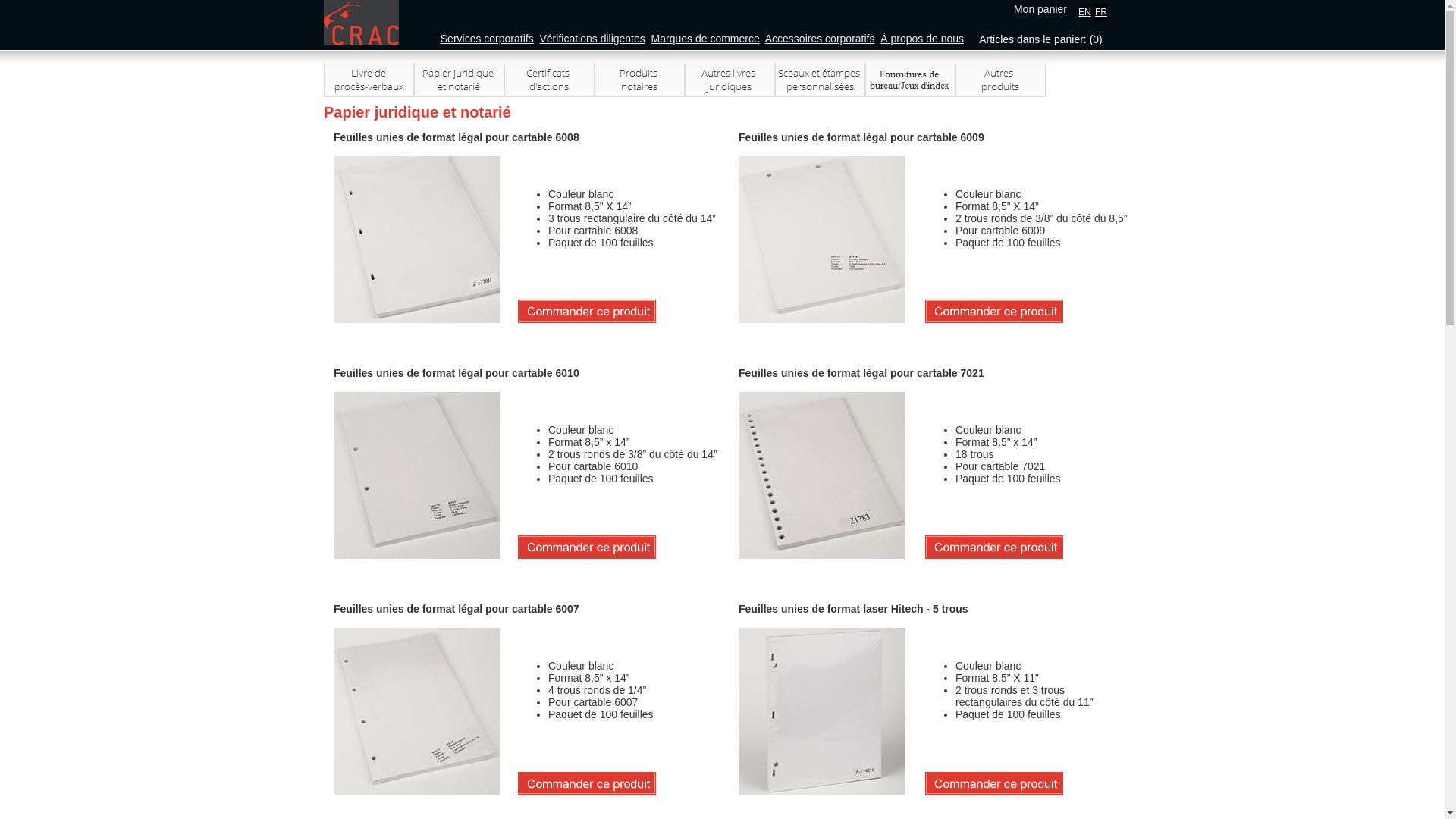 The image size is (1456, 819). I want to click on 'Commander ce produit', so click(993, 783).